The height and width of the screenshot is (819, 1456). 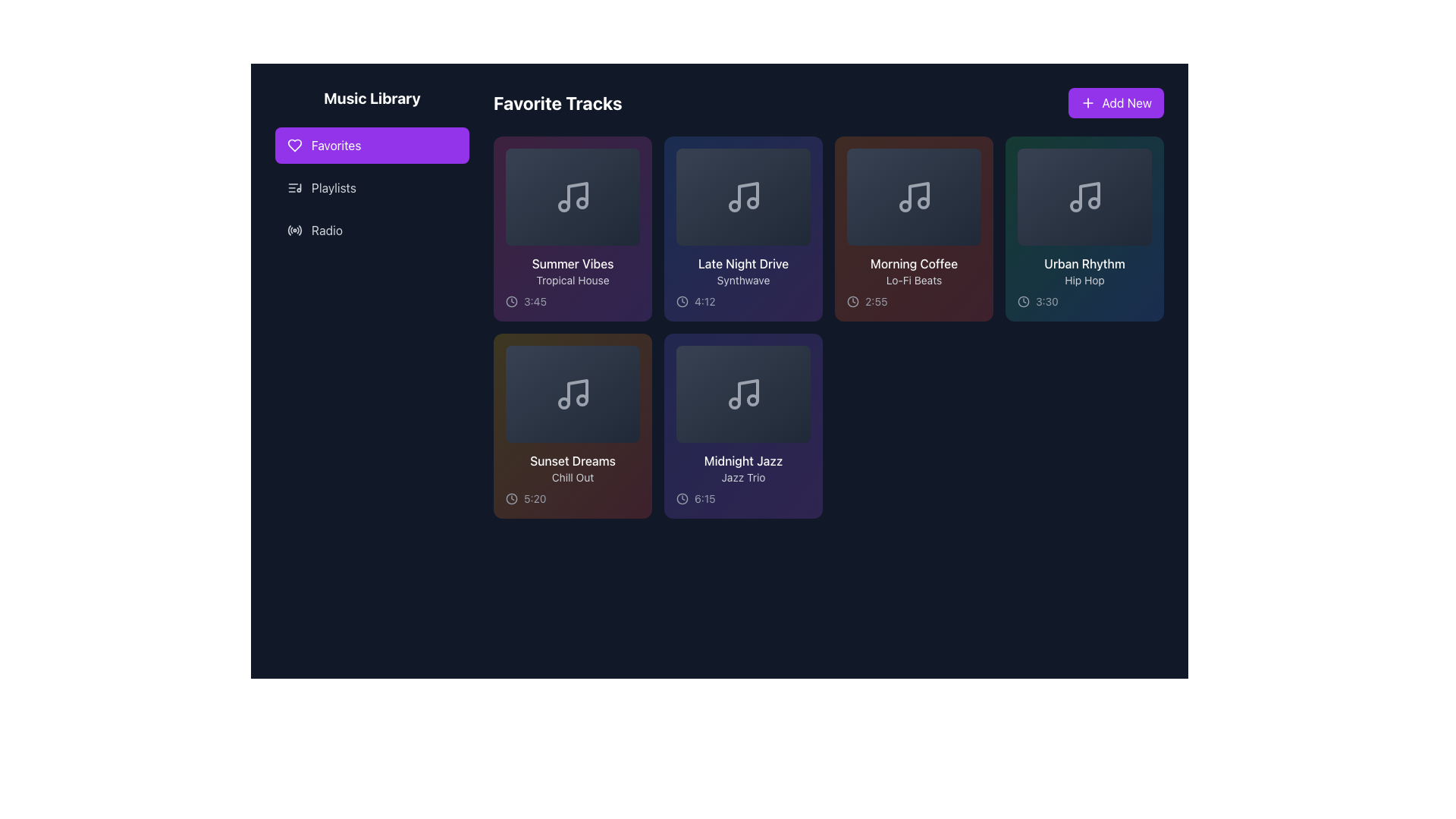 What do you see at coordinates (1084, 196) in the screenshot?
I see `the music track icon within the 'Urban Rhythm' card, which visually represents a music file` at bounding box center [1084, 196].